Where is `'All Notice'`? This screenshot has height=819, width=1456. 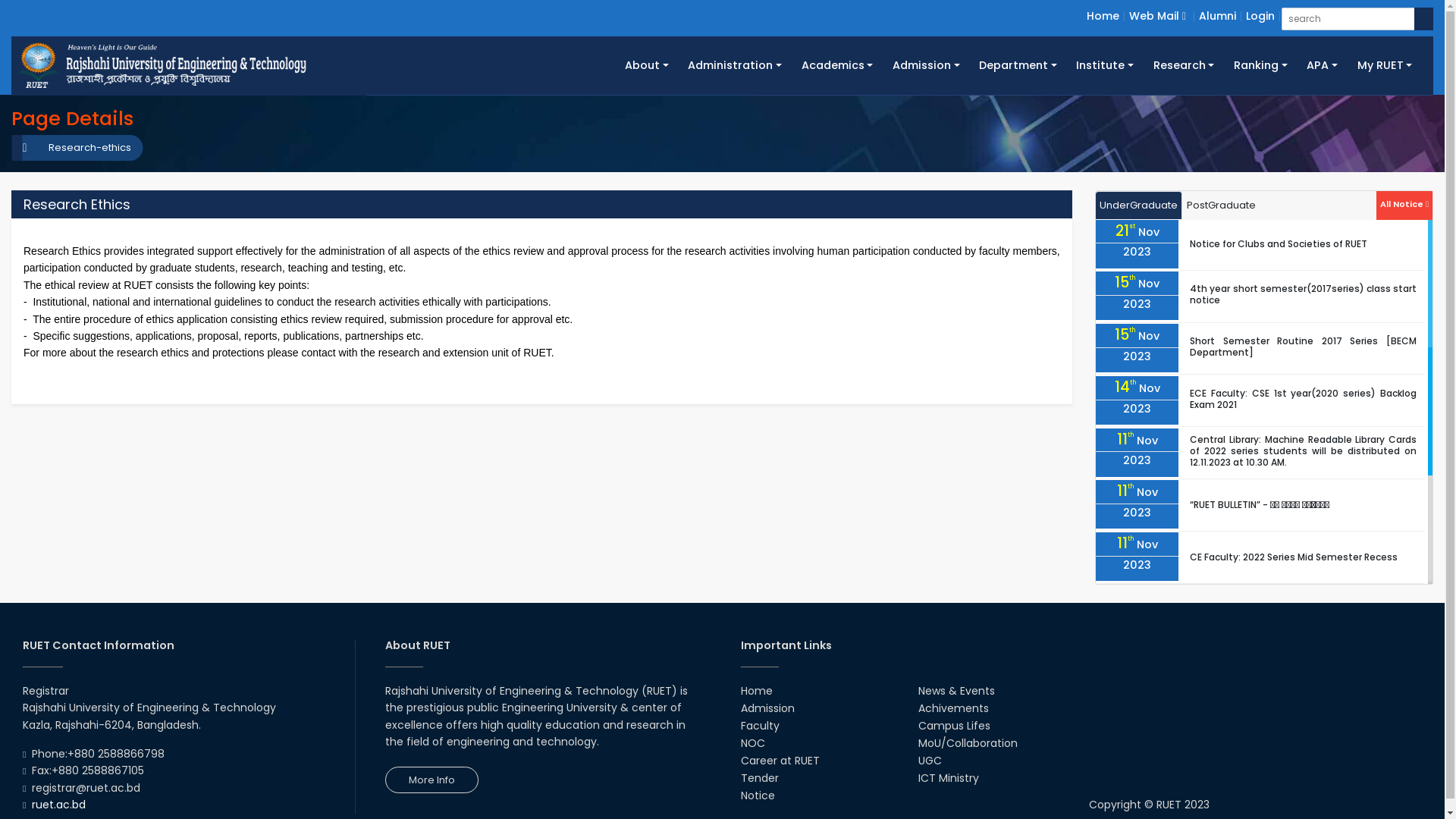 'All Notice' is located at coordinates (1404, 202).